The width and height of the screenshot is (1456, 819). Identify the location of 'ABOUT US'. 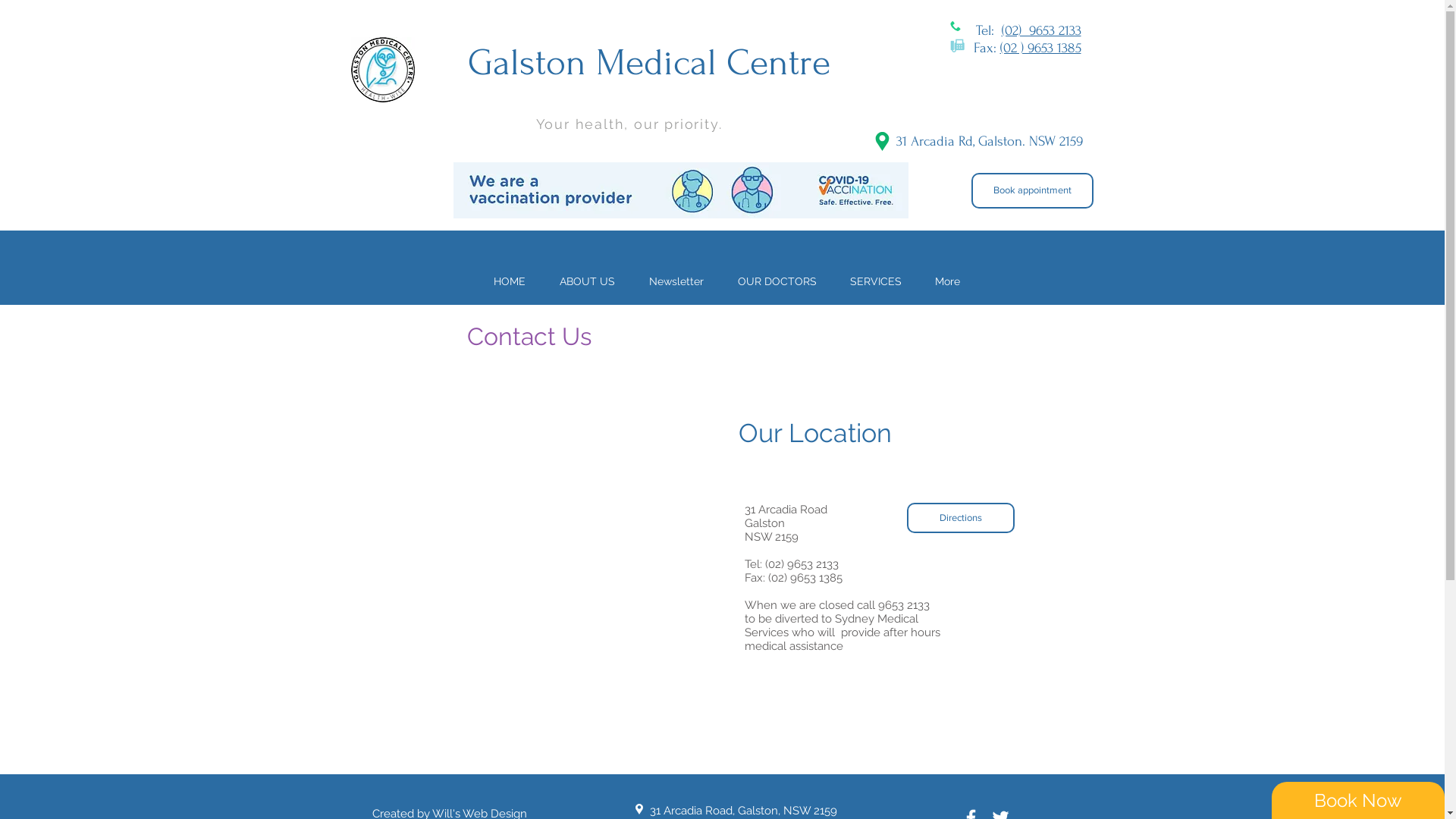
(586, 281).